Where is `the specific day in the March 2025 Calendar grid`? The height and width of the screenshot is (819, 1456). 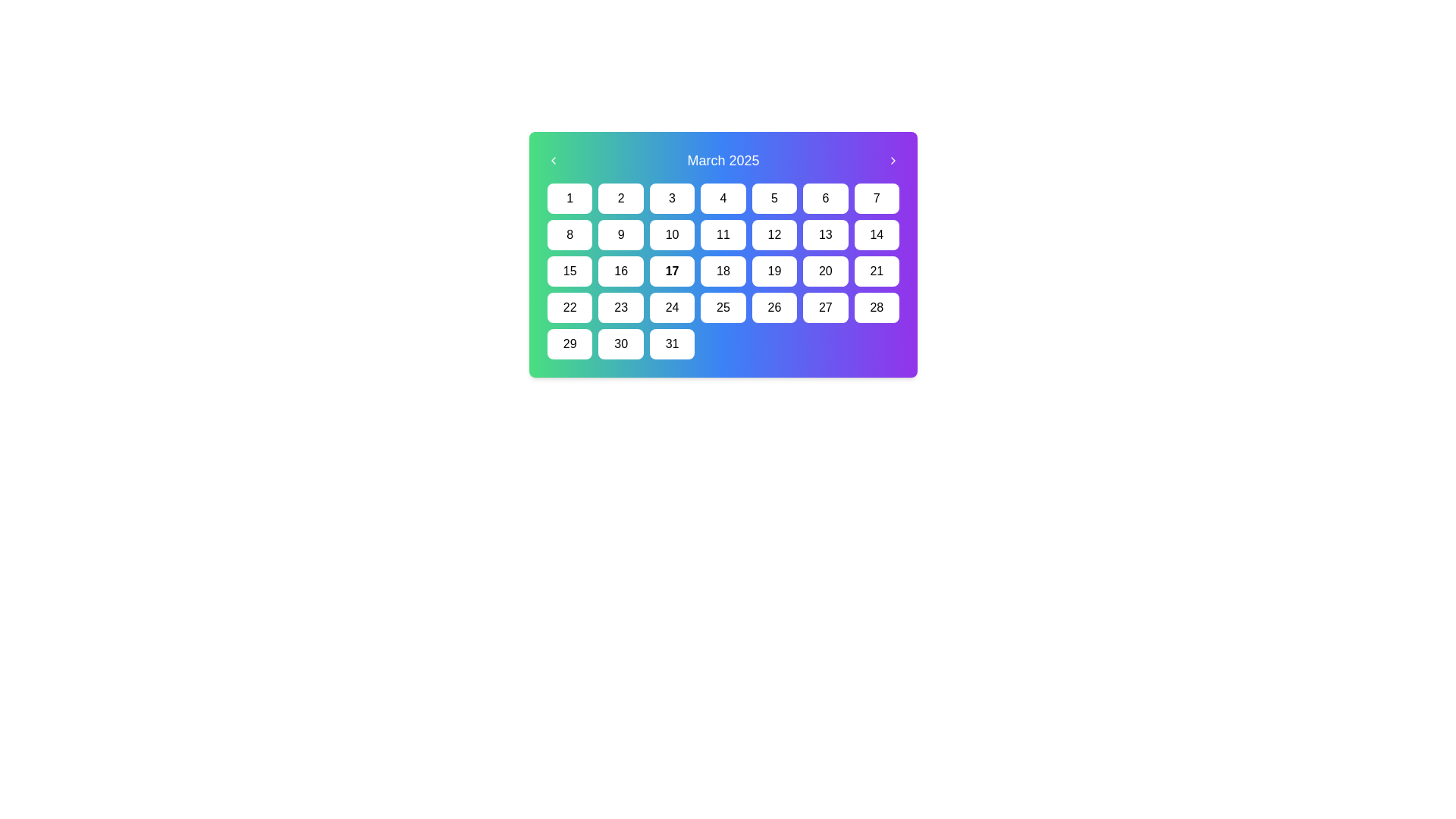
the specific day in the March 2025 Calendar grid is located at coordinates (723, 271).